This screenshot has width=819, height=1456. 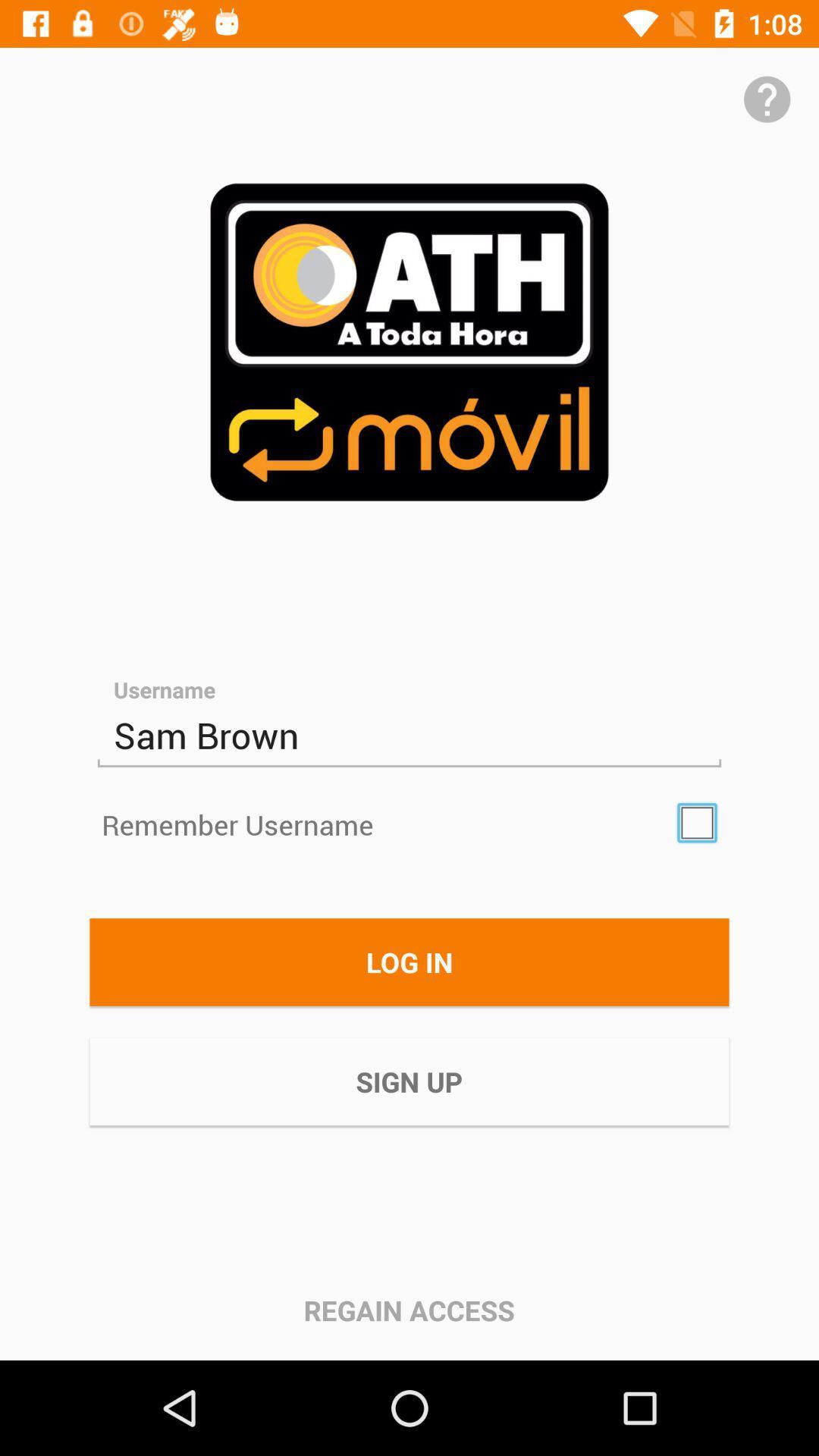 What do you see at coordinates (697, 822) in the screenshot?
I see `the icon above log in icon` at bounding box center [697, 822].